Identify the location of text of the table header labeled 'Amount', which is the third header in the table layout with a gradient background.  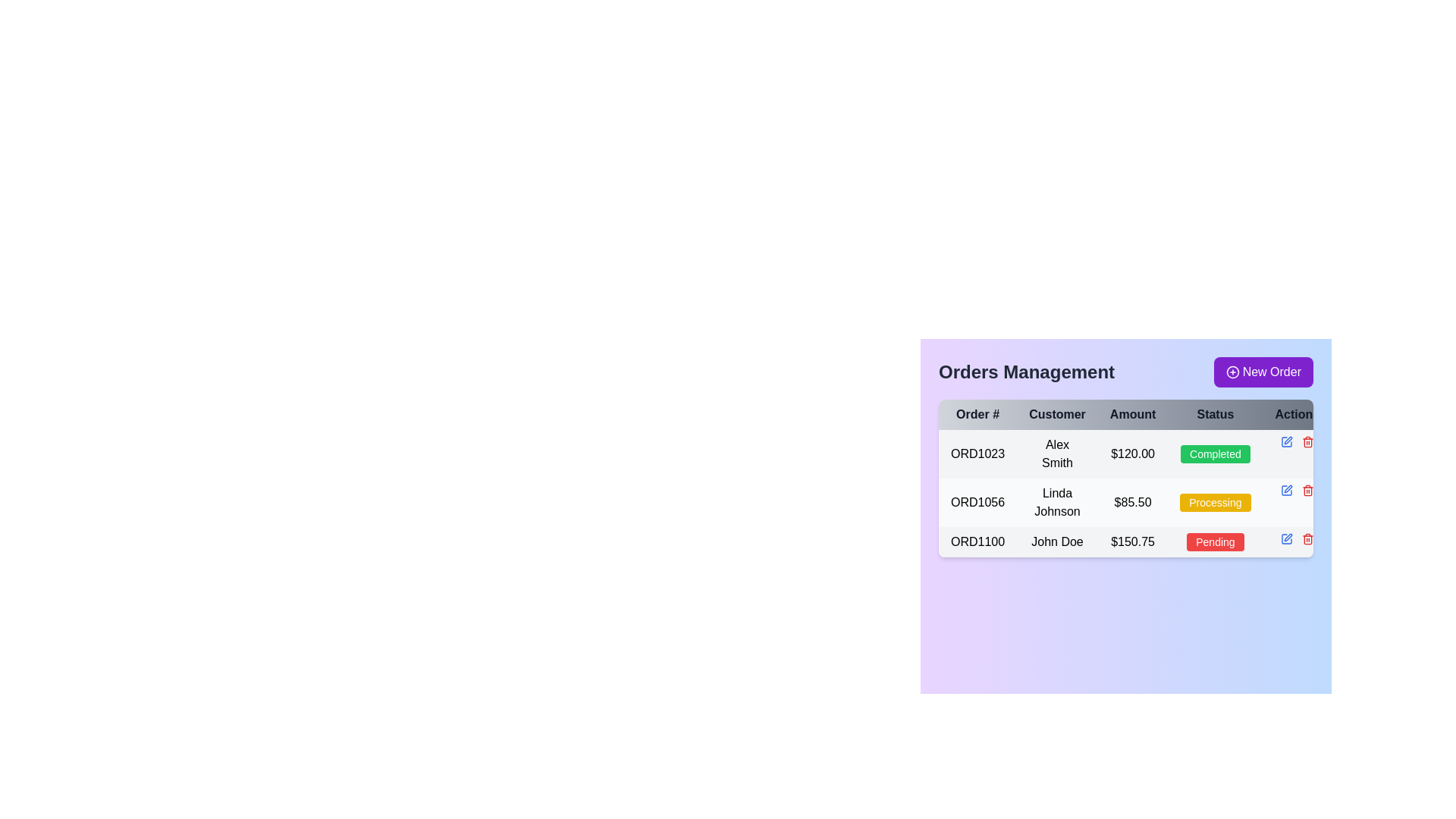
(1135, 415).